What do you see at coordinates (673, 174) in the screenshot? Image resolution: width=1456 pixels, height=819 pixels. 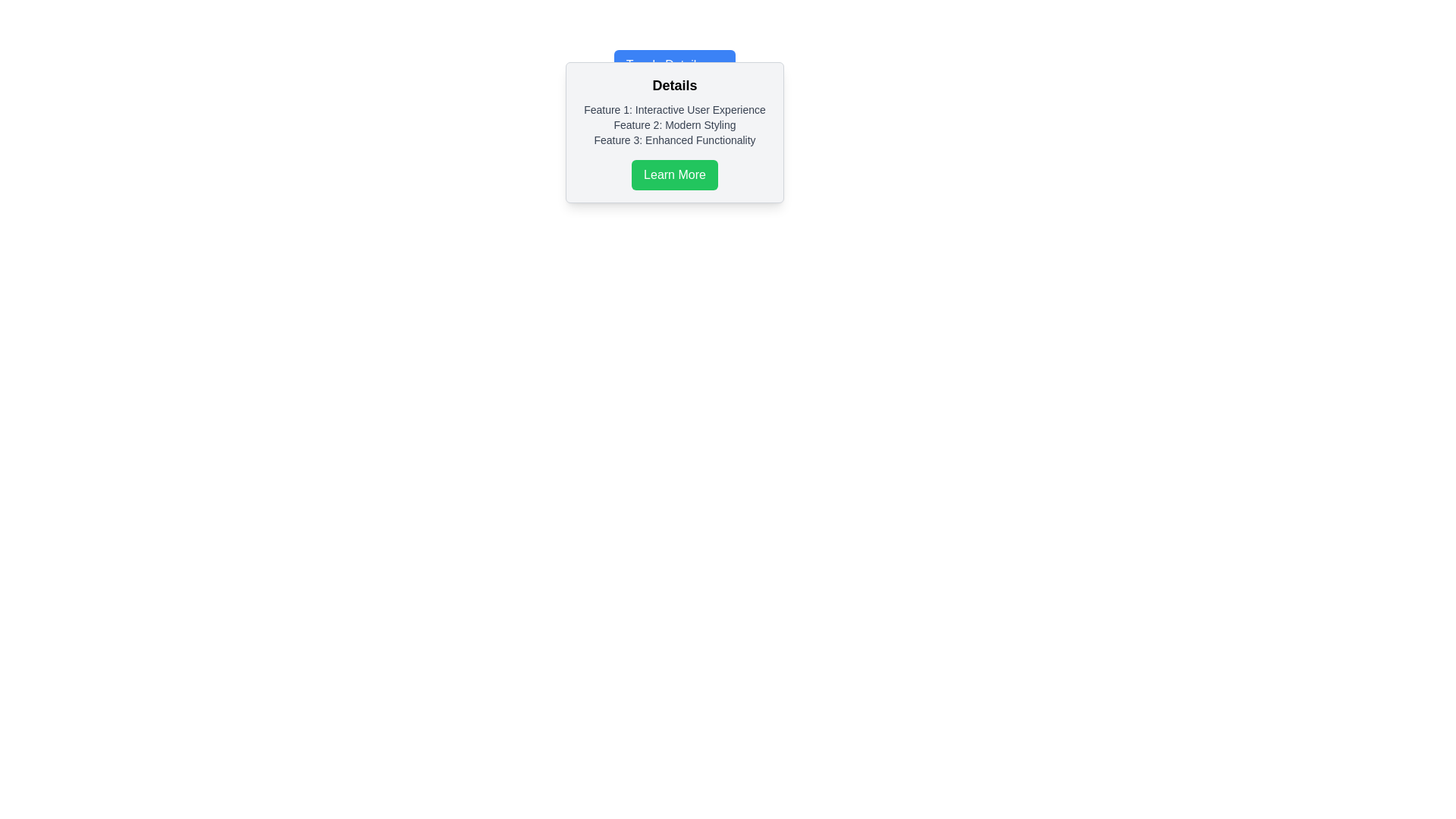 I see `the green 'Learn More' button at the bottom of the informational pane` at bounding box center [673, 174].